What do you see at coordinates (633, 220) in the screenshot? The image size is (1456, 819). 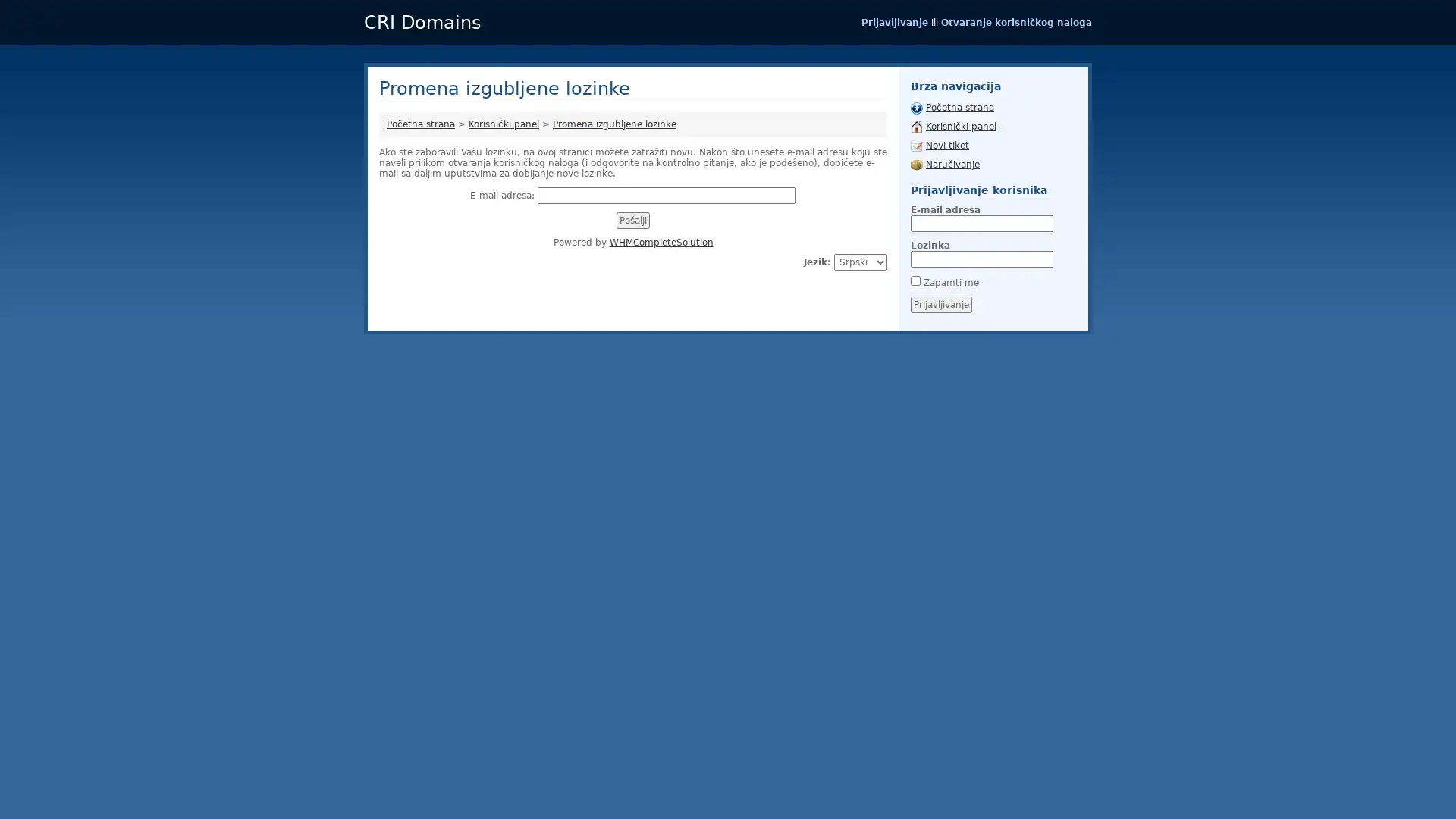 I see `Posalji` at bounding box center [633, 220].